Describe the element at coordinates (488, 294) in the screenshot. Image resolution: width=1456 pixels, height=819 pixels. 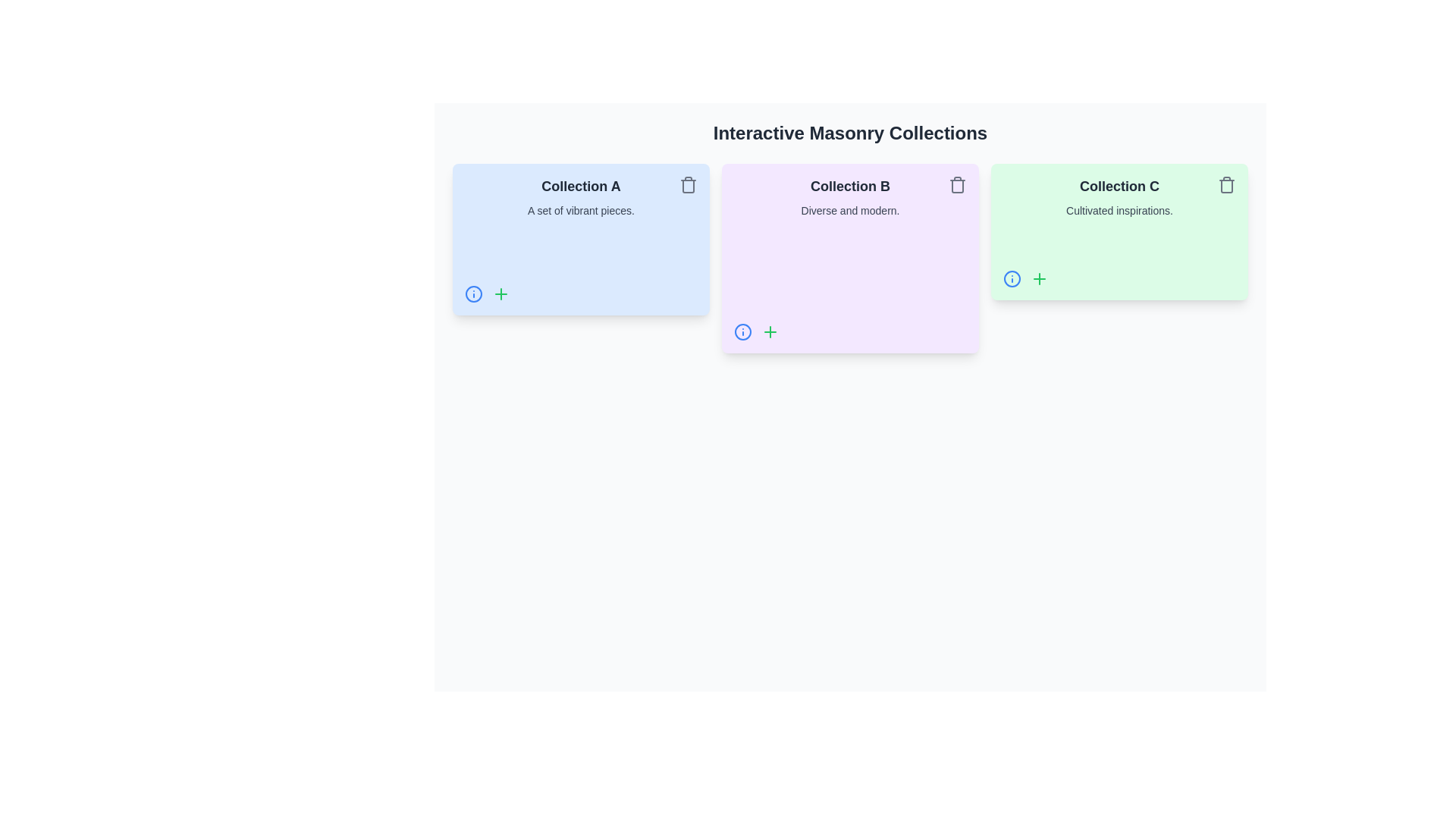
I see `the blue 'info' icon located in the bottom-left corner of the 'Collection A' card` at that location.